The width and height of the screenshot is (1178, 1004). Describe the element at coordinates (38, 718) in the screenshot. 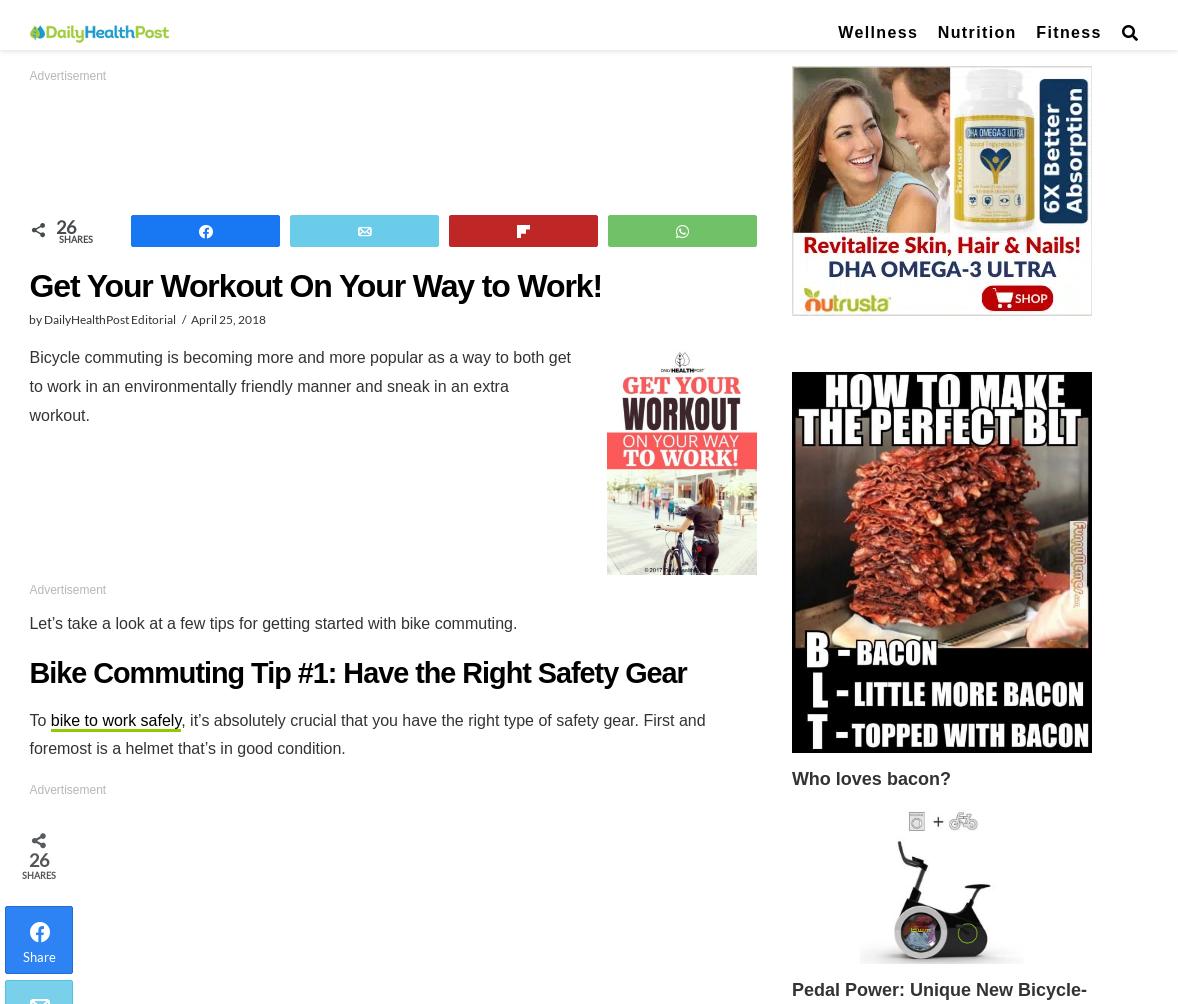

I see `'To'` at that location.